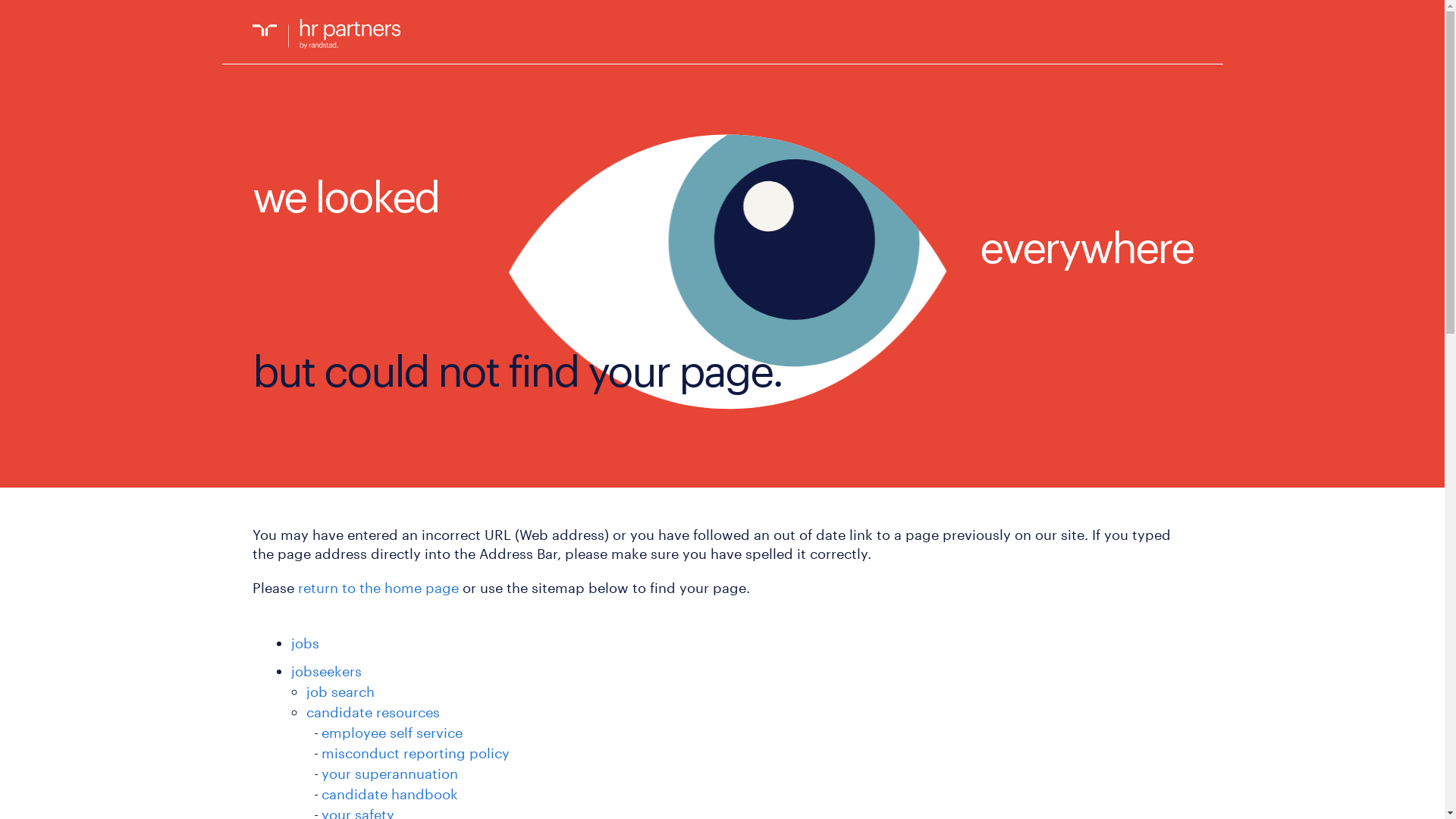 Image resolution: width=1456 pixels, height=819 pixels. Describe the element at coordinates (320, 731) in the screenshot. I see `'employee self service'` at that location.